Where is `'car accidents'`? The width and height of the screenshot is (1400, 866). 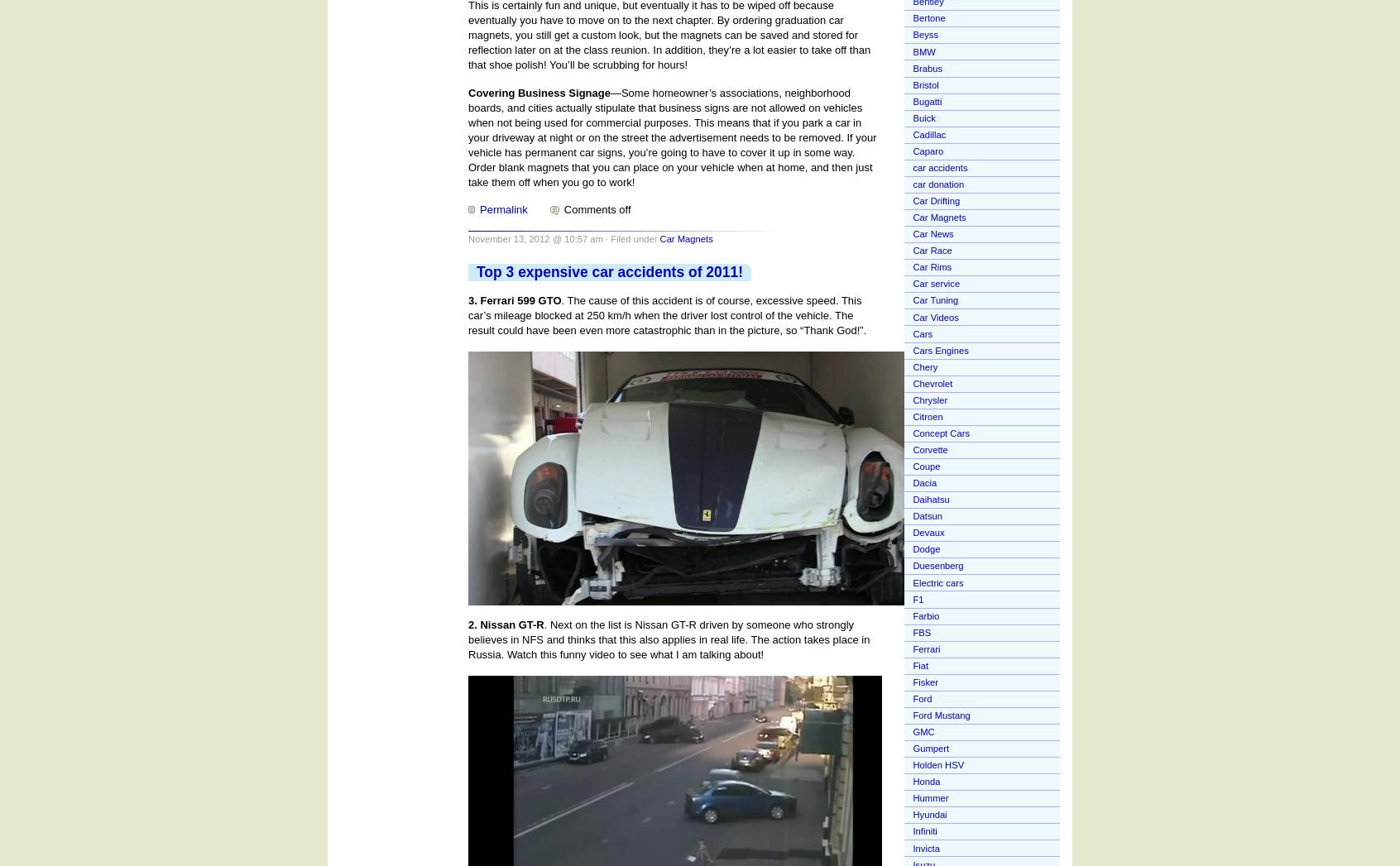 'car accidents' is located at coordinates (939, 165).